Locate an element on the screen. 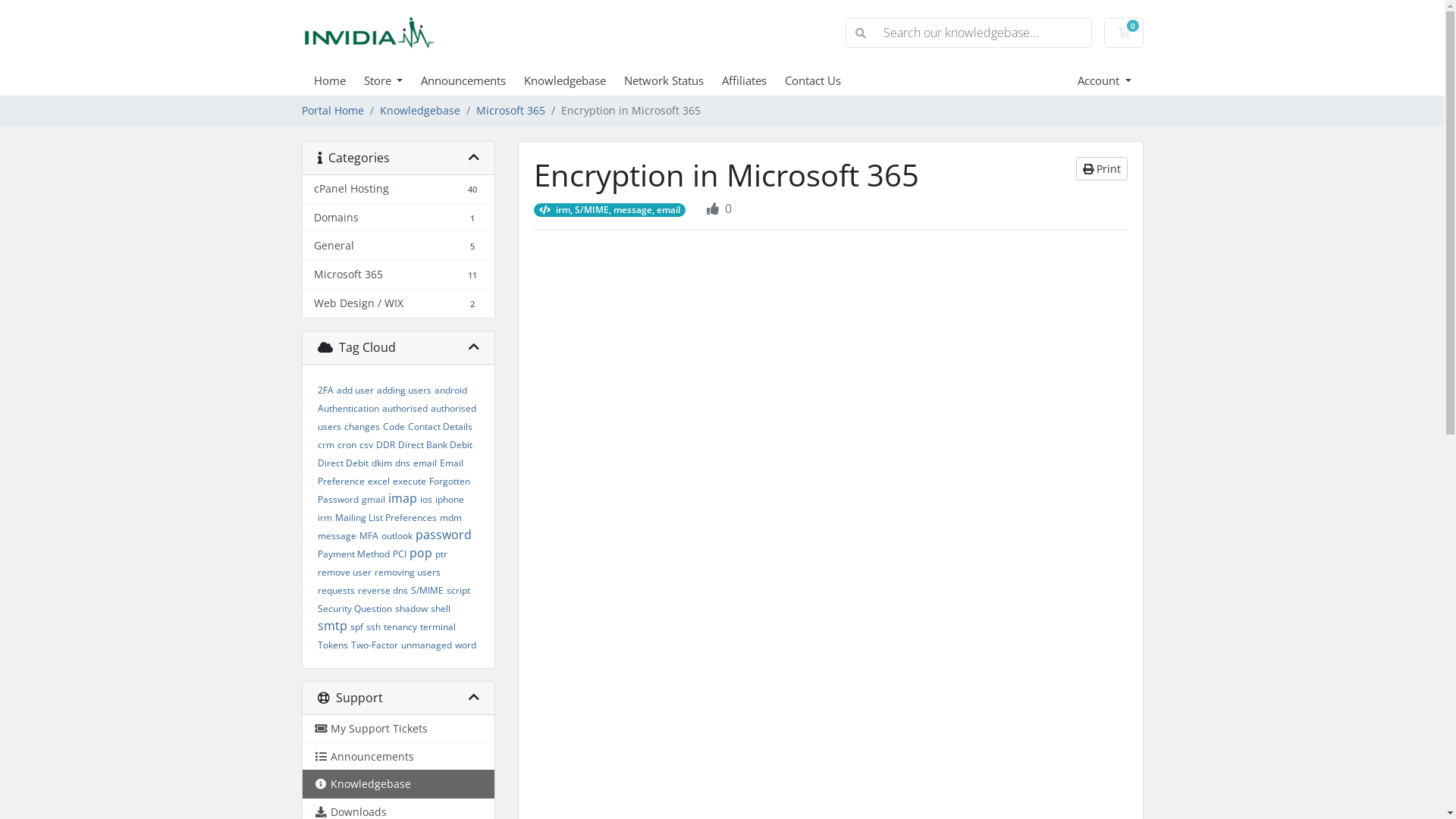 Image resolution: width=1456 pixels, height=819 pixels. 'Two-Factor' is located at coordinates (374, 645).